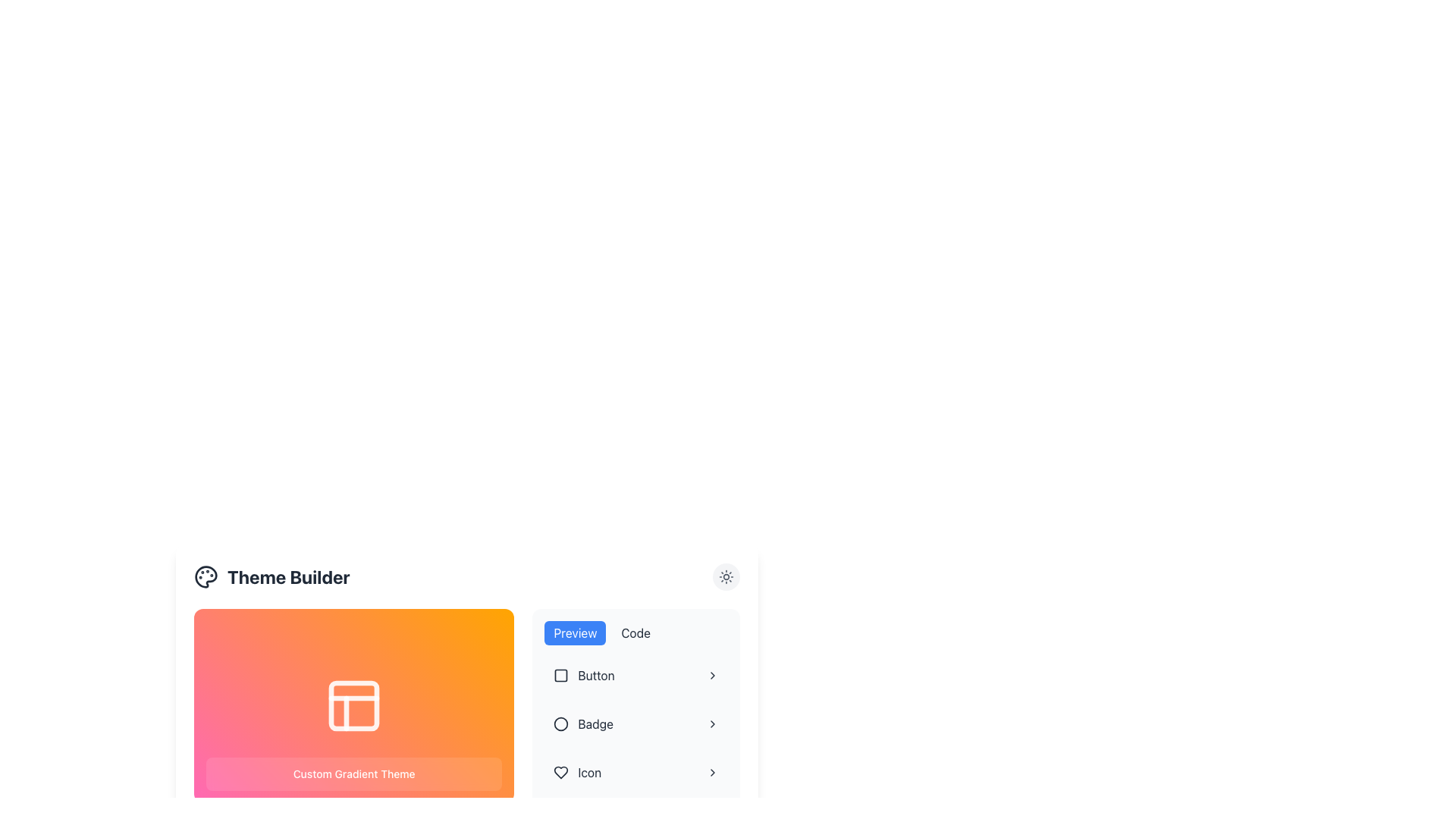 This screenshot has width=1456, height=819. I want to click on the Label or Informational Box titled 'Custom Gradient Theme' located at the bottom of the gradient-colored card, so click(353, 774).